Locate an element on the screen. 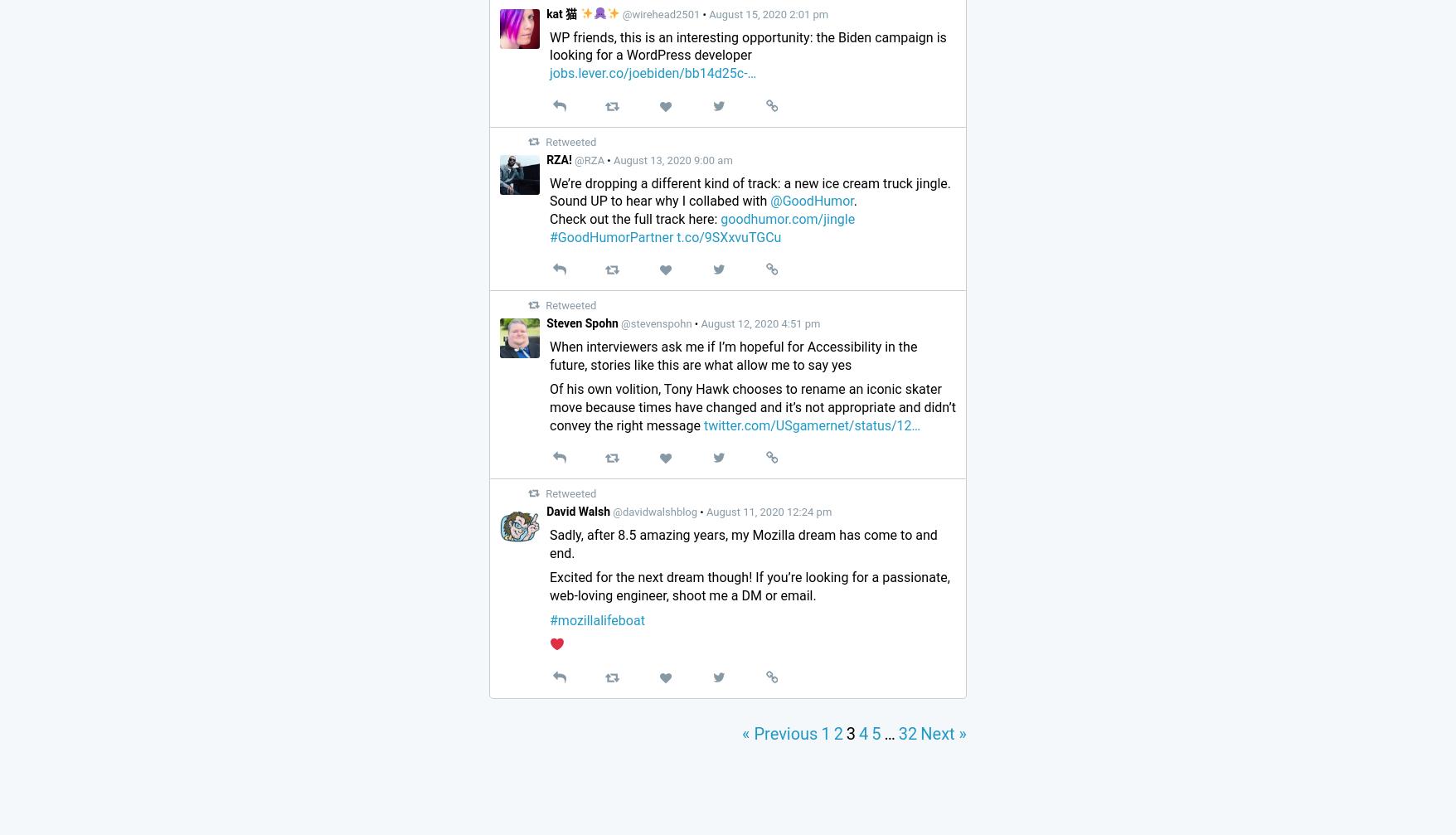 This screenshot has width=1456, height=835. 'Next »' is located at coordinates (944, 732).